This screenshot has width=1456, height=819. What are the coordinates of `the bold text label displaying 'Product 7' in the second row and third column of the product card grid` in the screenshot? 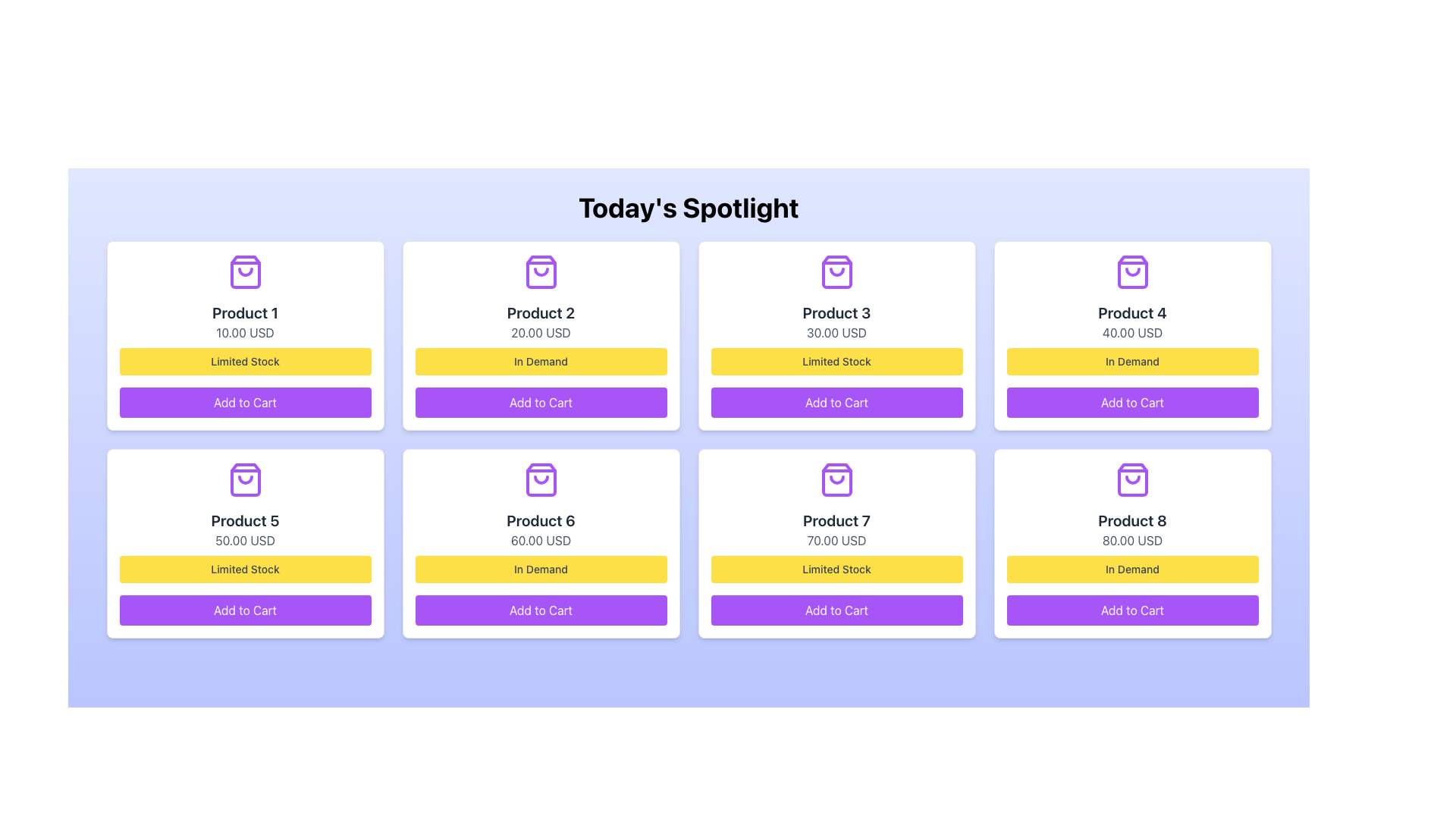 It's located at (836, 519).